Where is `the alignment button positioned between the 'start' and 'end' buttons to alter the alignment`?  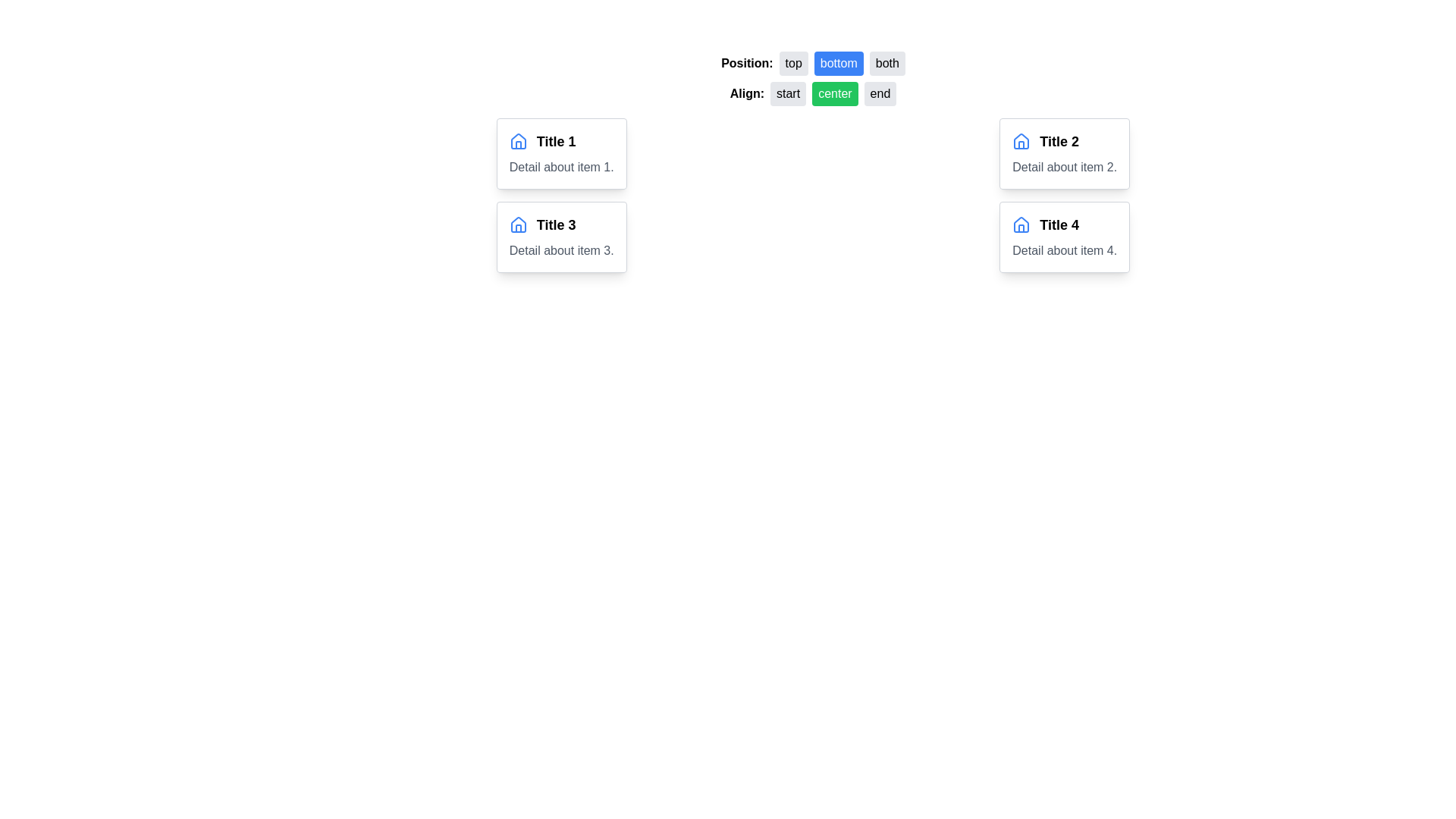
the alignment button positioned between the 'start' and 'end' buttons to alter the alignment is located at coordinates (834, 93).